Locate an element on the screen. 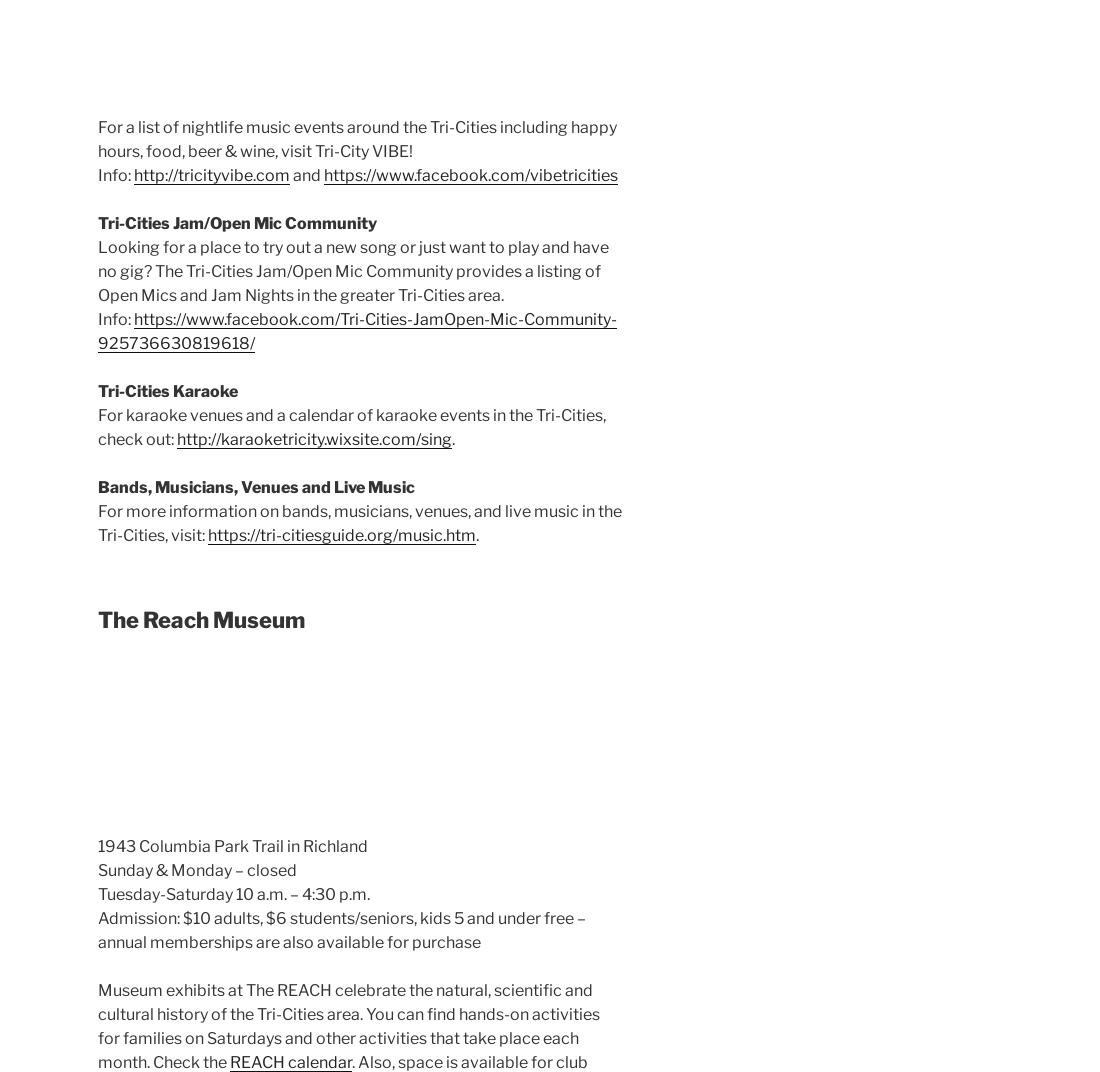 The width and height of the screenshot is (1100, 1072). '1943 Columbia Park Trail in Richland' is located at coordinates (98, 845).